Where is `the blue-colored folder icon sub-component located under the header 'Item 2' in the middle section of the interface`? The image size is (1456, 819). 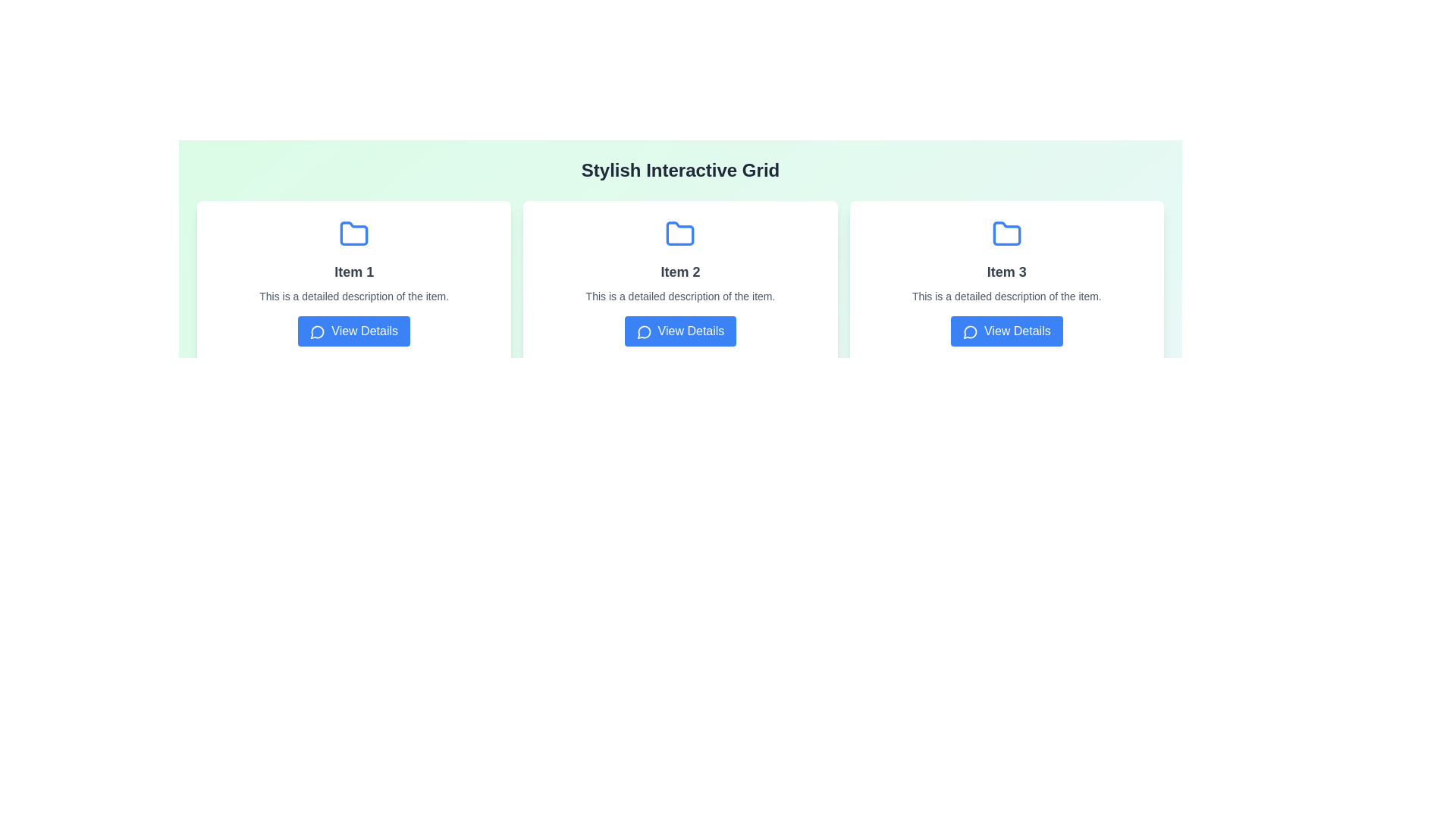
the blue-colored folder icon sub-component located under the header 'Item 2' in the middle section of the interface is located at coordinates (679, 234).